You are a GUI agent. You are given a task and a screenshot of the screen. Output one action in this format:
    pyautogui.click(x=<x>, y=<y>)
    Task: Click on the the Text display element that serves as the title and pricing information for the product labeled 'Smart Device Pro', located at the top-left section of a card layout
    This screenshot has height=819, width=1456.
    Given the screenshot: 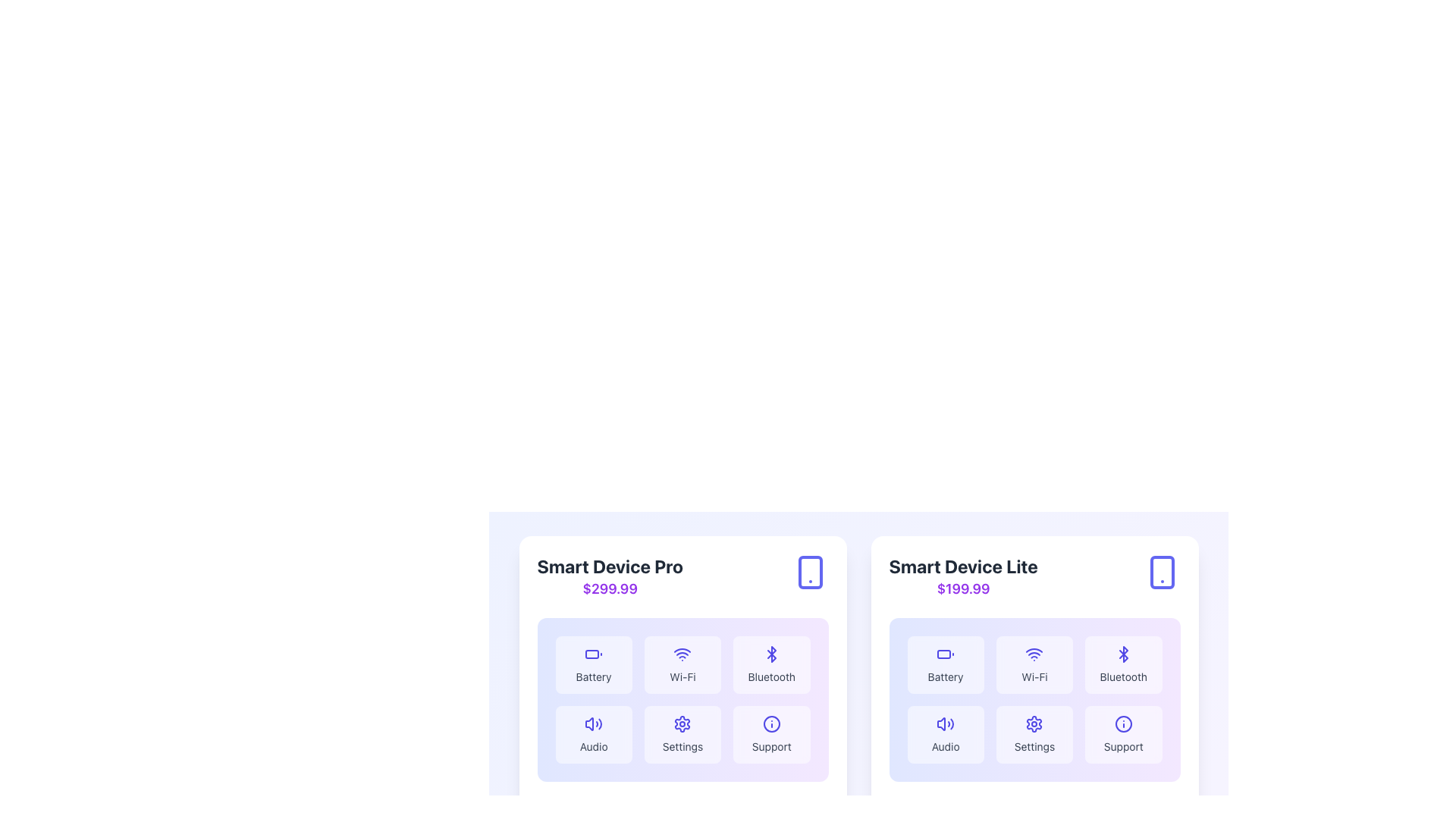 What is the action you would take?
    pyautogui.click(x=610, y=576)
    